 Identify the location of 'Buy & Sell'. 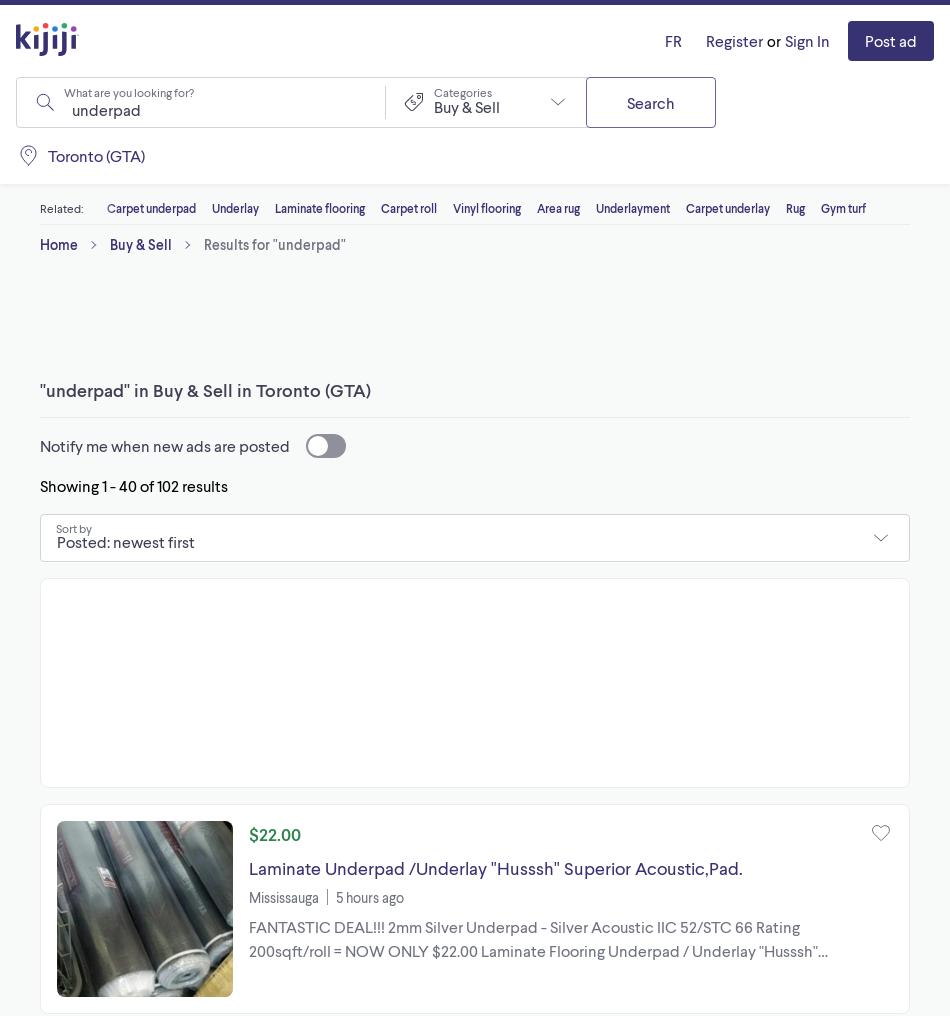
(140, 244).